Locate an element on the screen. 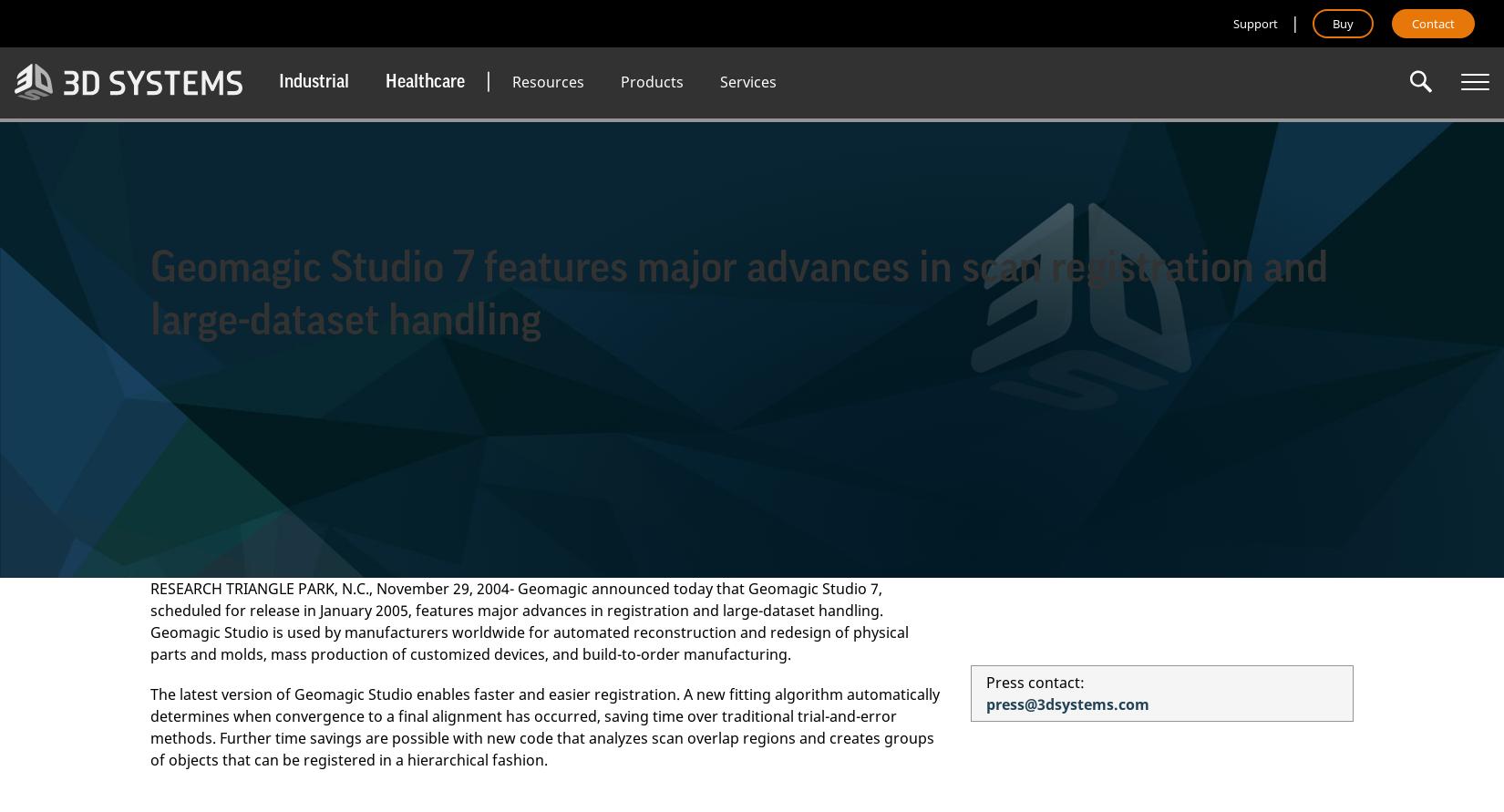 The height and width of the screenshot is (812, 1504). 'Dental Clinics' is located at coordinates (651, 149).